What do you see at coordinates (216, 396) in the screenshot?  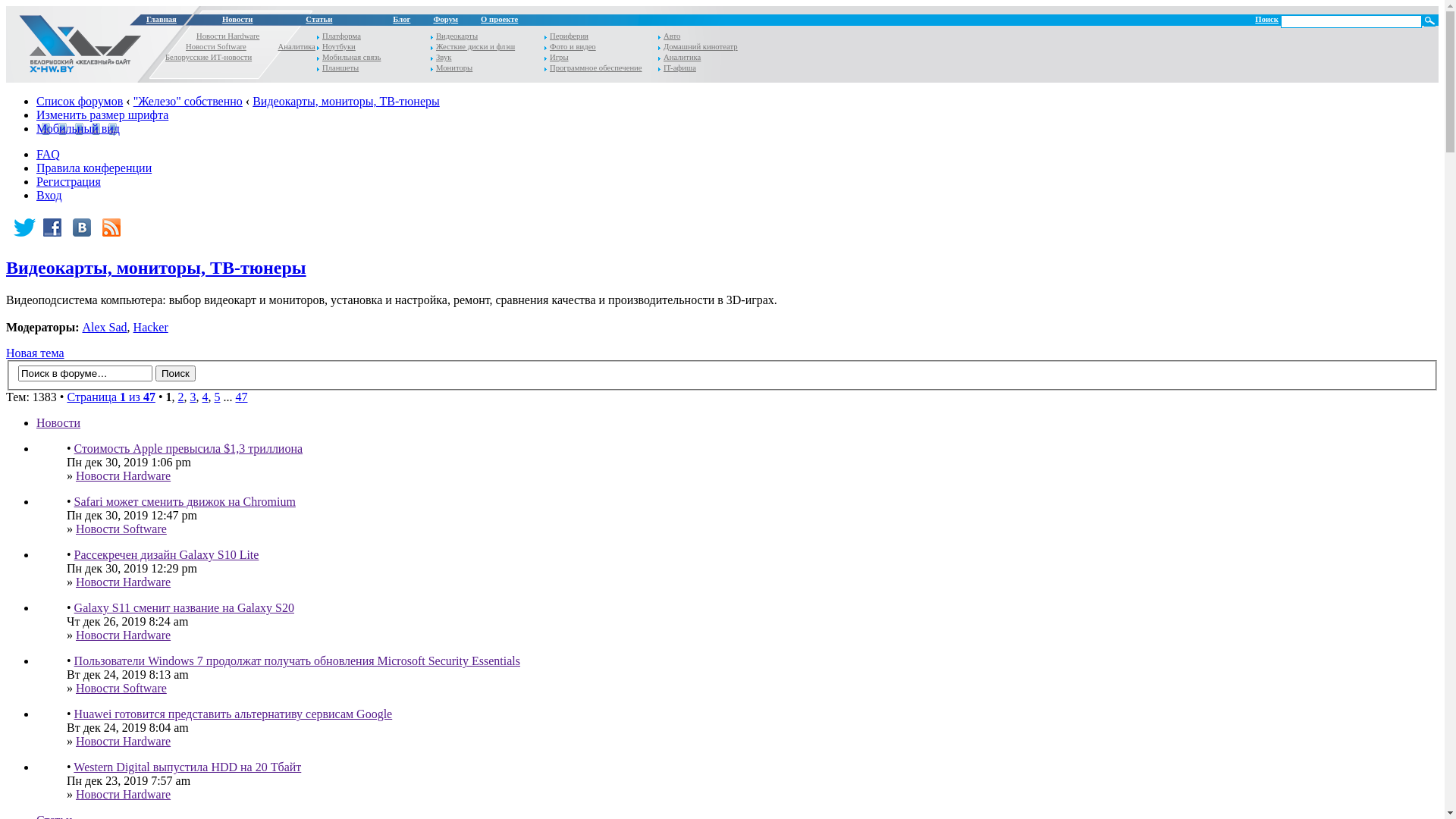 I see `'5'` at bounding box center [216, 396].